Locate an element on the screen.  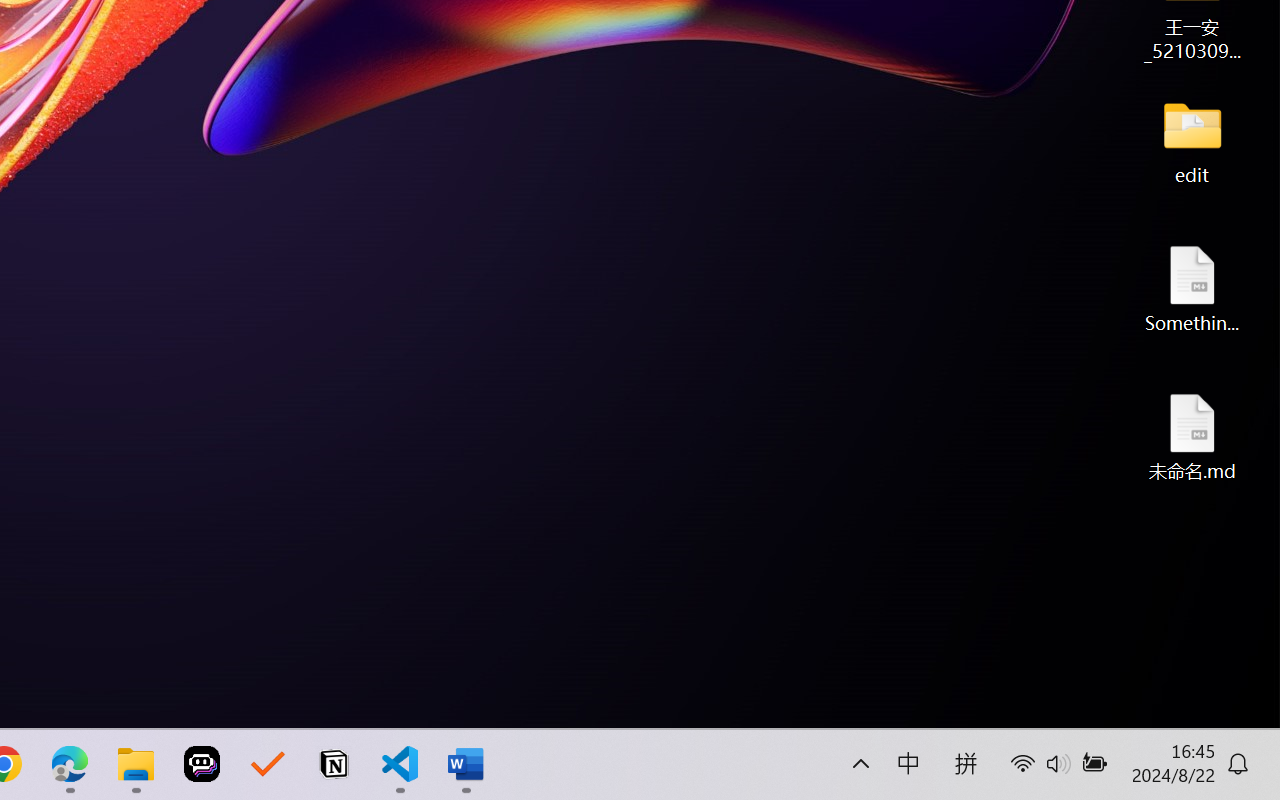
'edit' is located at coordinates (1192, 140).